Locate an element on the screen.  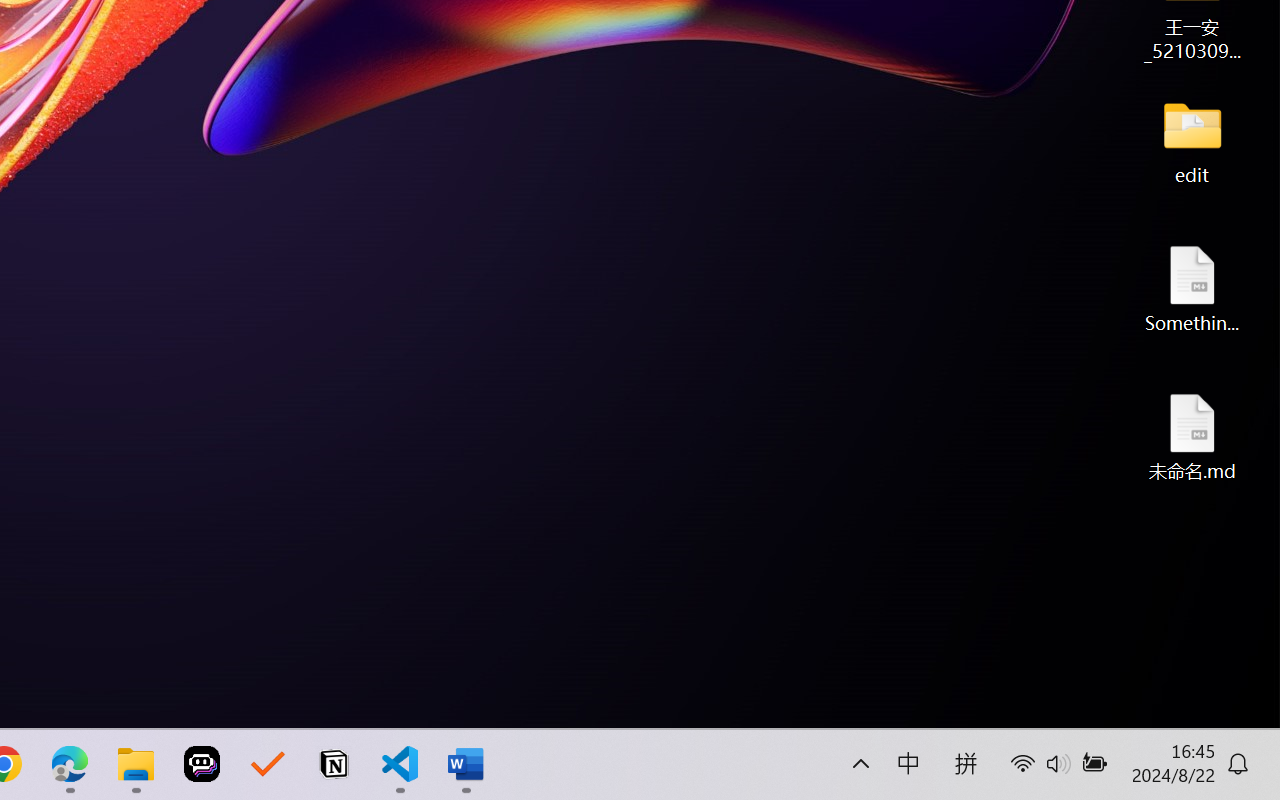
'edit' is located at coordinates (1192, 140).